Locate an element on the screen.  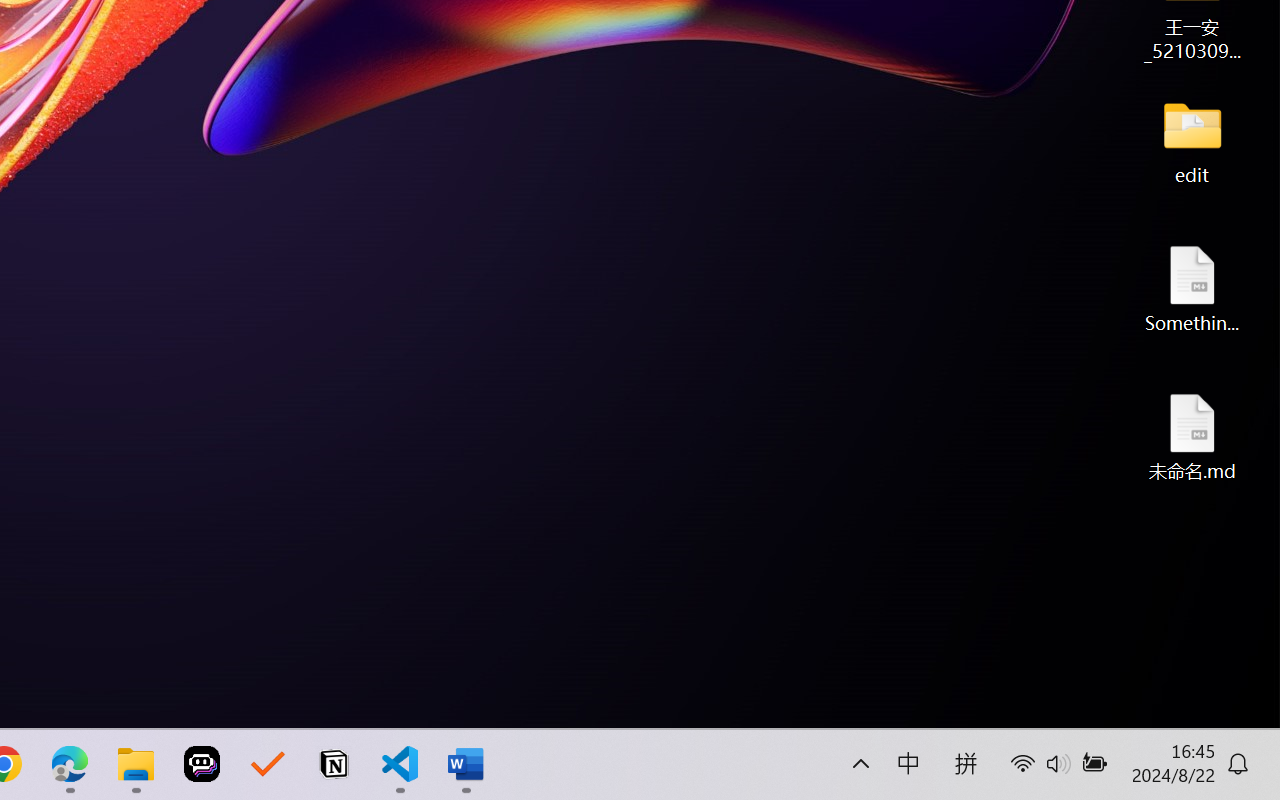
'edit' is located at coordinates (1192, 140).